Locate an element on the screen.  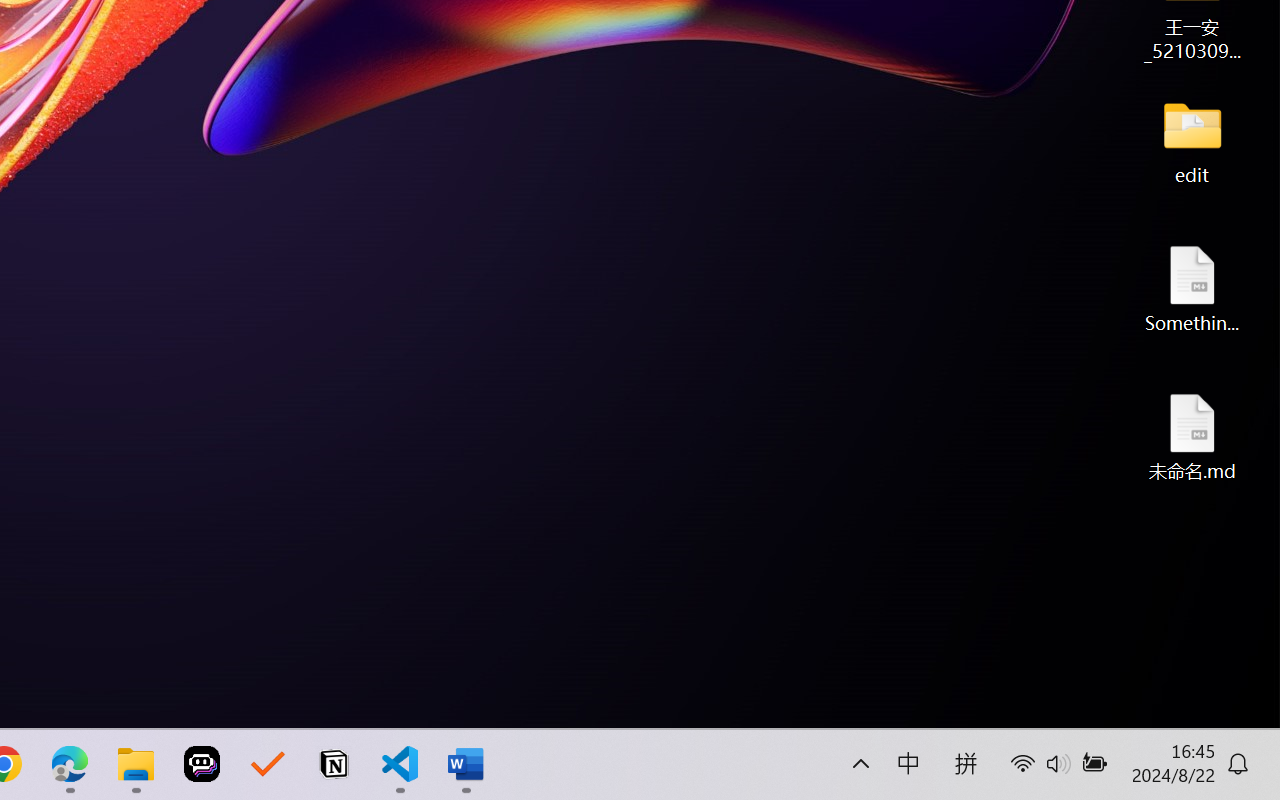
'edit' is located at coordinates (1192, 140).